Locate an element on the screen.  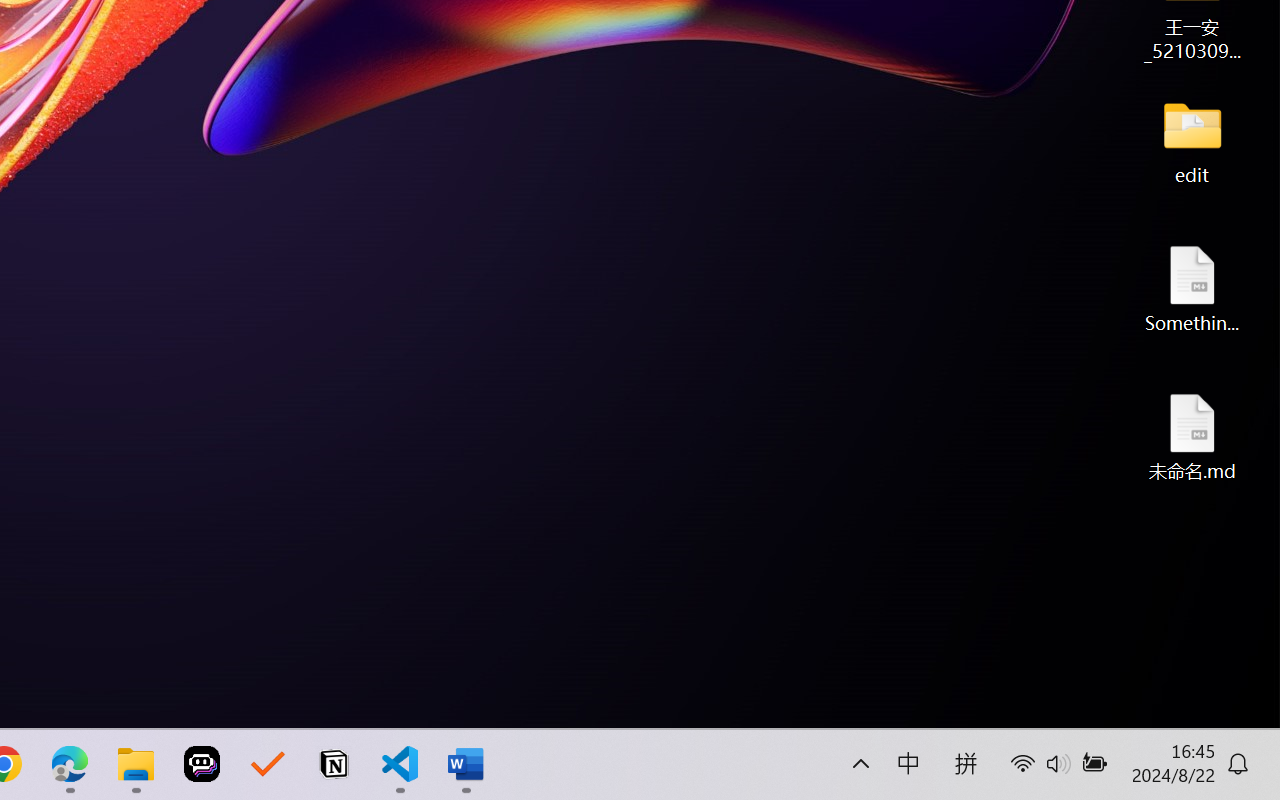
'edit' is located at coordinates (1192, 140).